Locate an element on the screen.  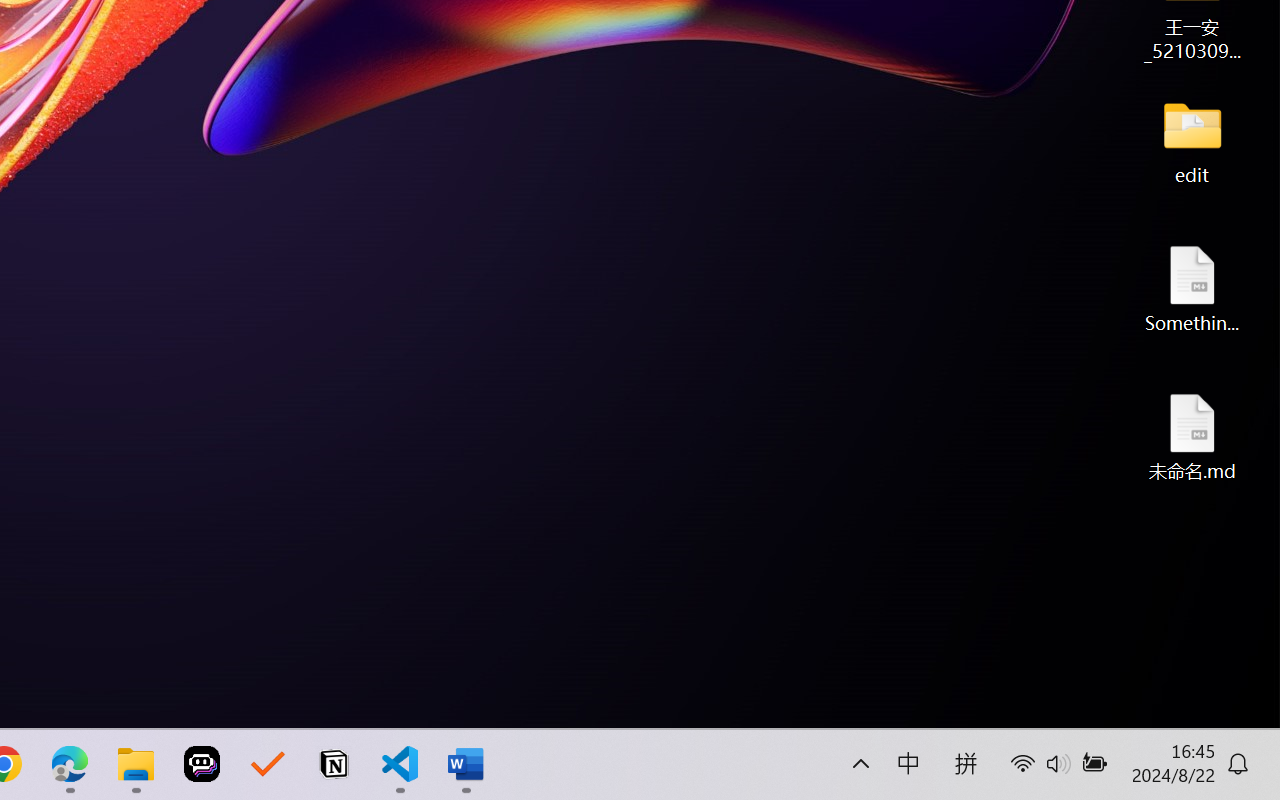
'edit' is located at coordinates (1192, 140).